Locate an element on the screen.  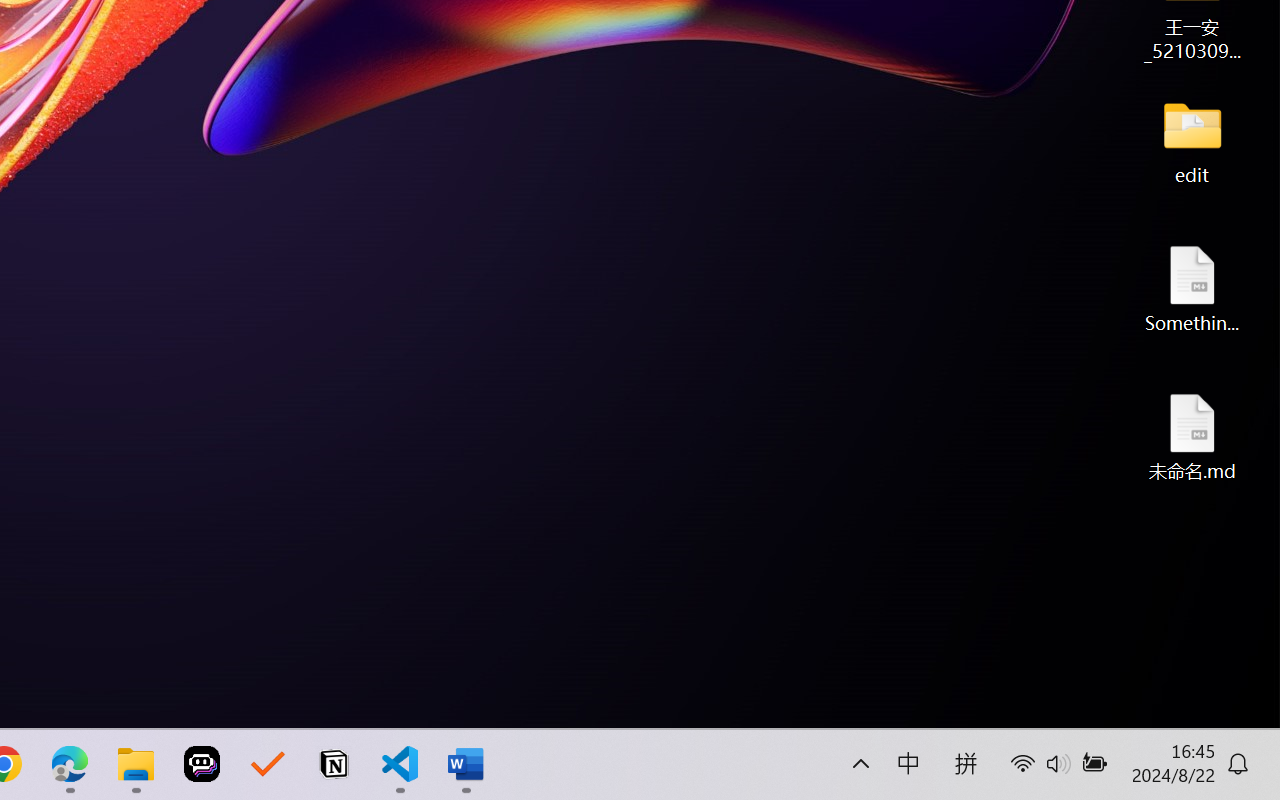
'edit' is located at coordinates (1192, 140).